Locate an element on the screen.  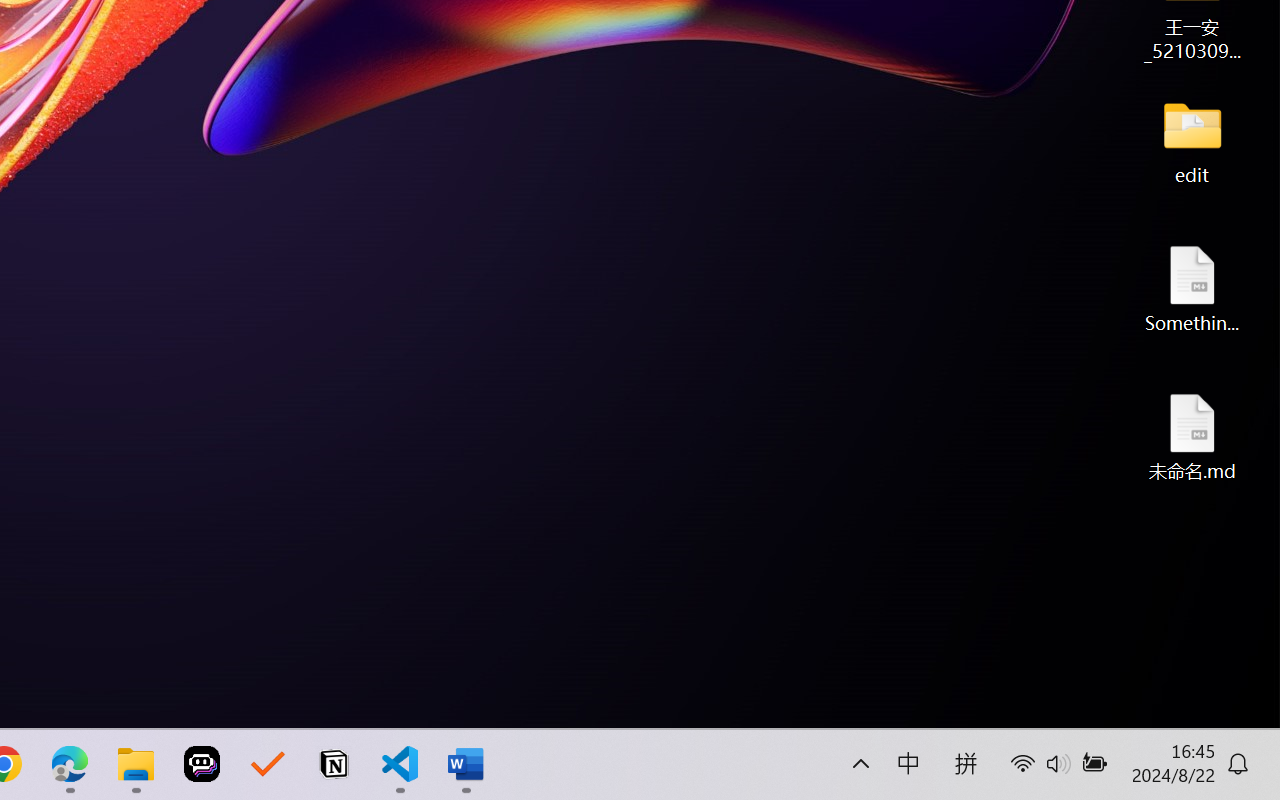
'edit' is located at coordinates (1192, 140).